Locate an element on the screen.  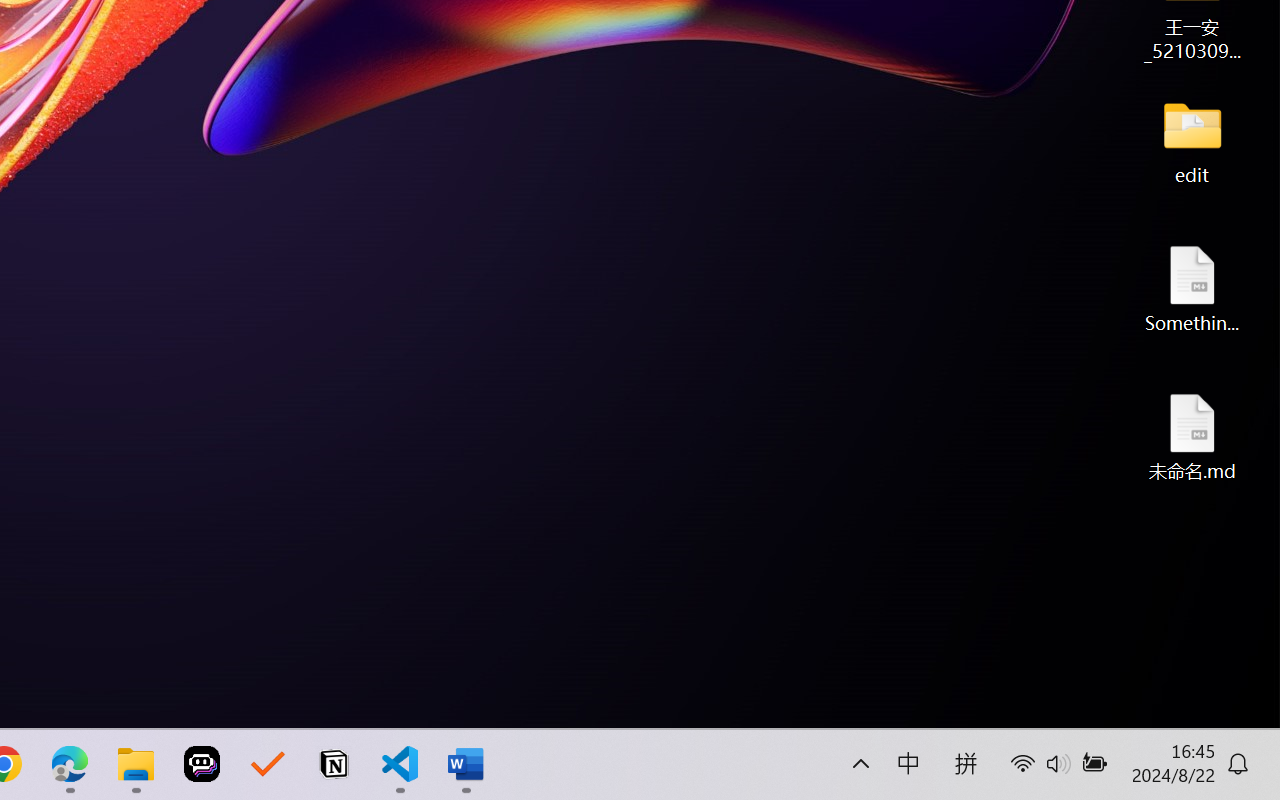
'edit' is located at coordinates (1192, 140).